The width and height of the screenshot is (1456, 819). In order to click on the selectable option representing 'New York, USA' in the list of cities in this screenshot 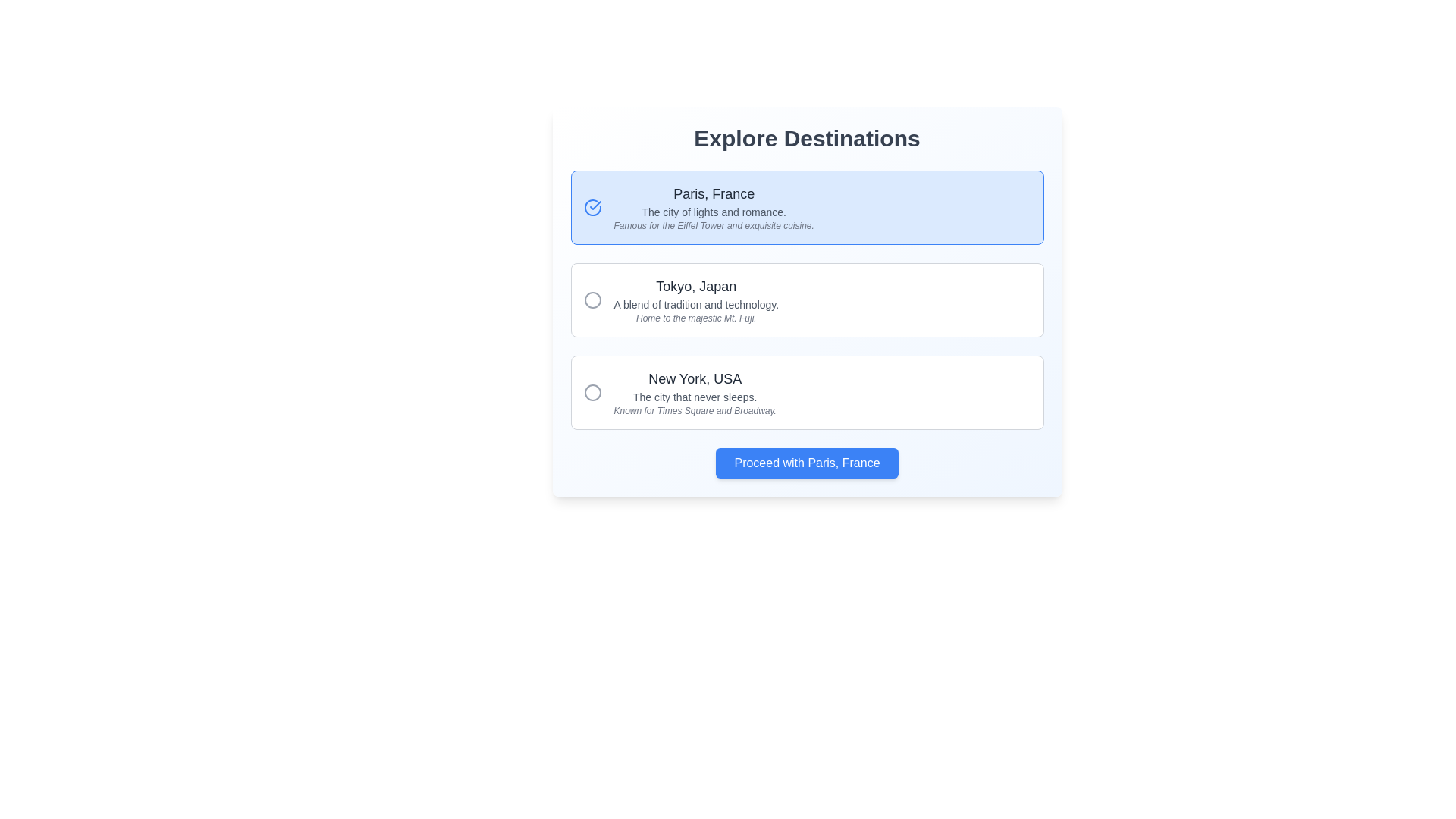, I will do `click(694, 391)`.